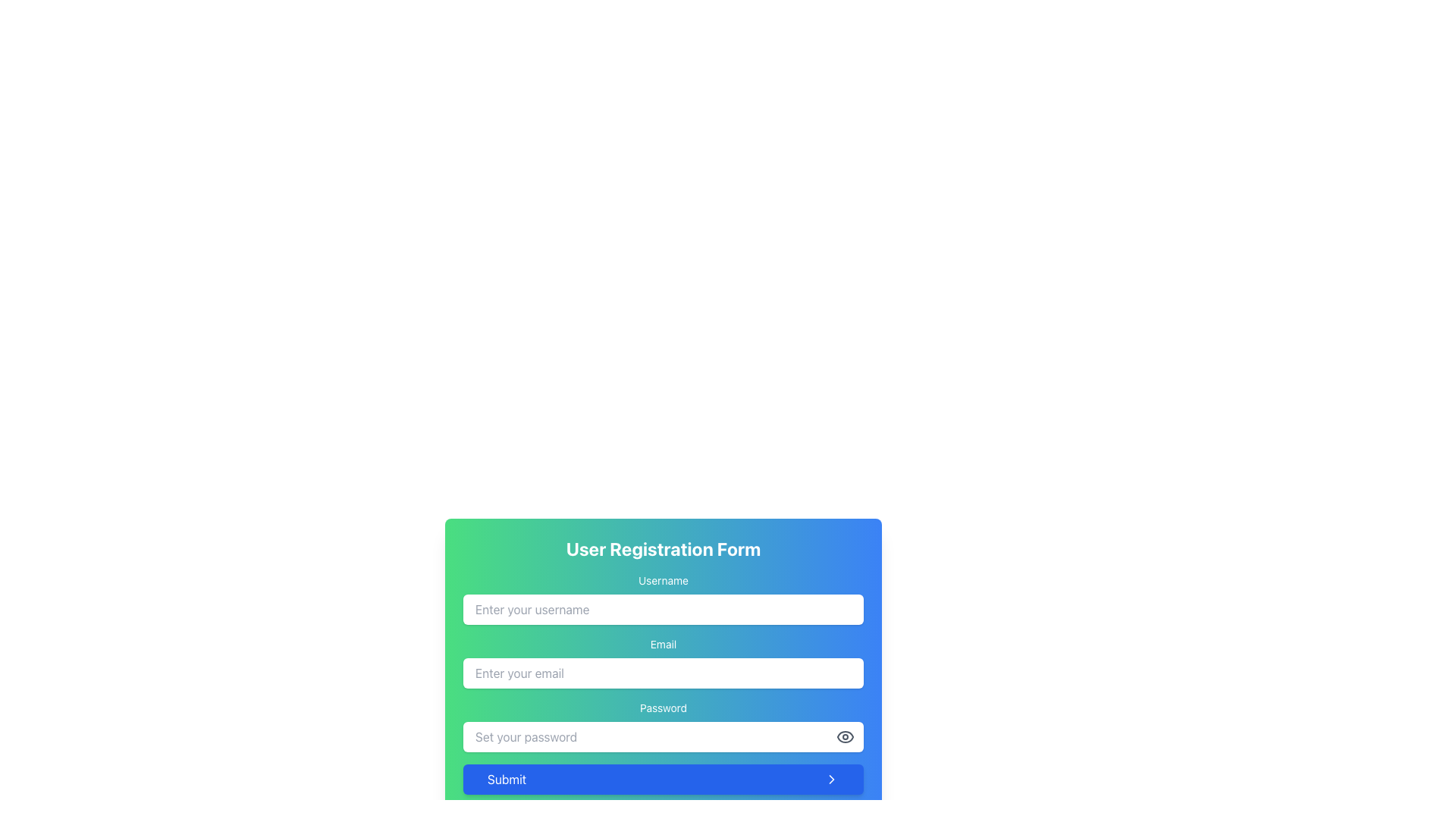  I want to click on the 'Username' text label, which is styled in white and positioned above the username input field within a colorful gradient box transitioning from green to blue, so click(663, 580).